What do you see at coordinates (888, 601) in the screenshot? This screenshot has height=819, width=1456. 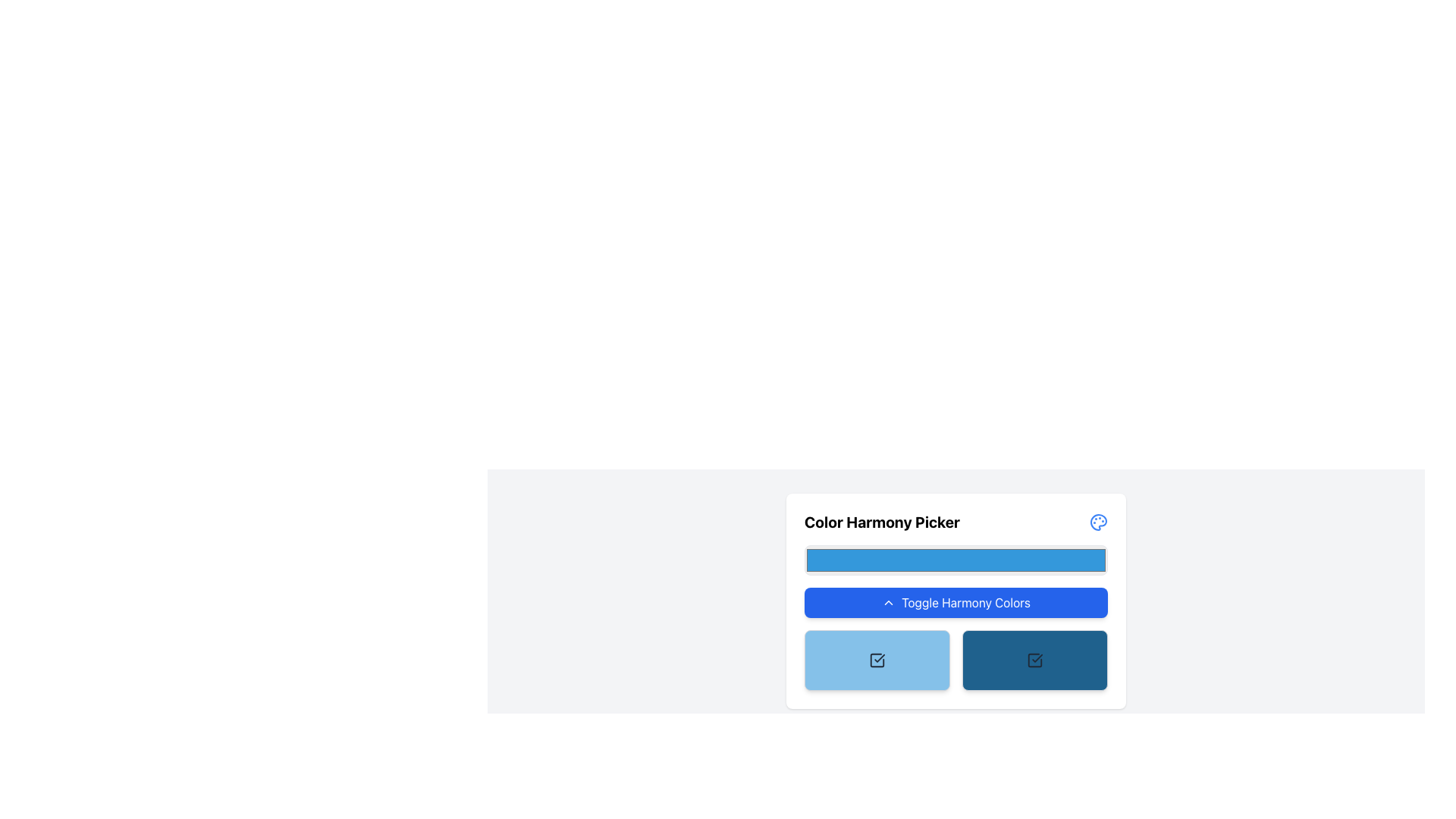 I see `the chevron icon within the blue button labeled 'Toggle Harmony Colors', which indicates that the button can toggle its state and suggests an expansion or dropdown action` at bounding box center [888, 601].